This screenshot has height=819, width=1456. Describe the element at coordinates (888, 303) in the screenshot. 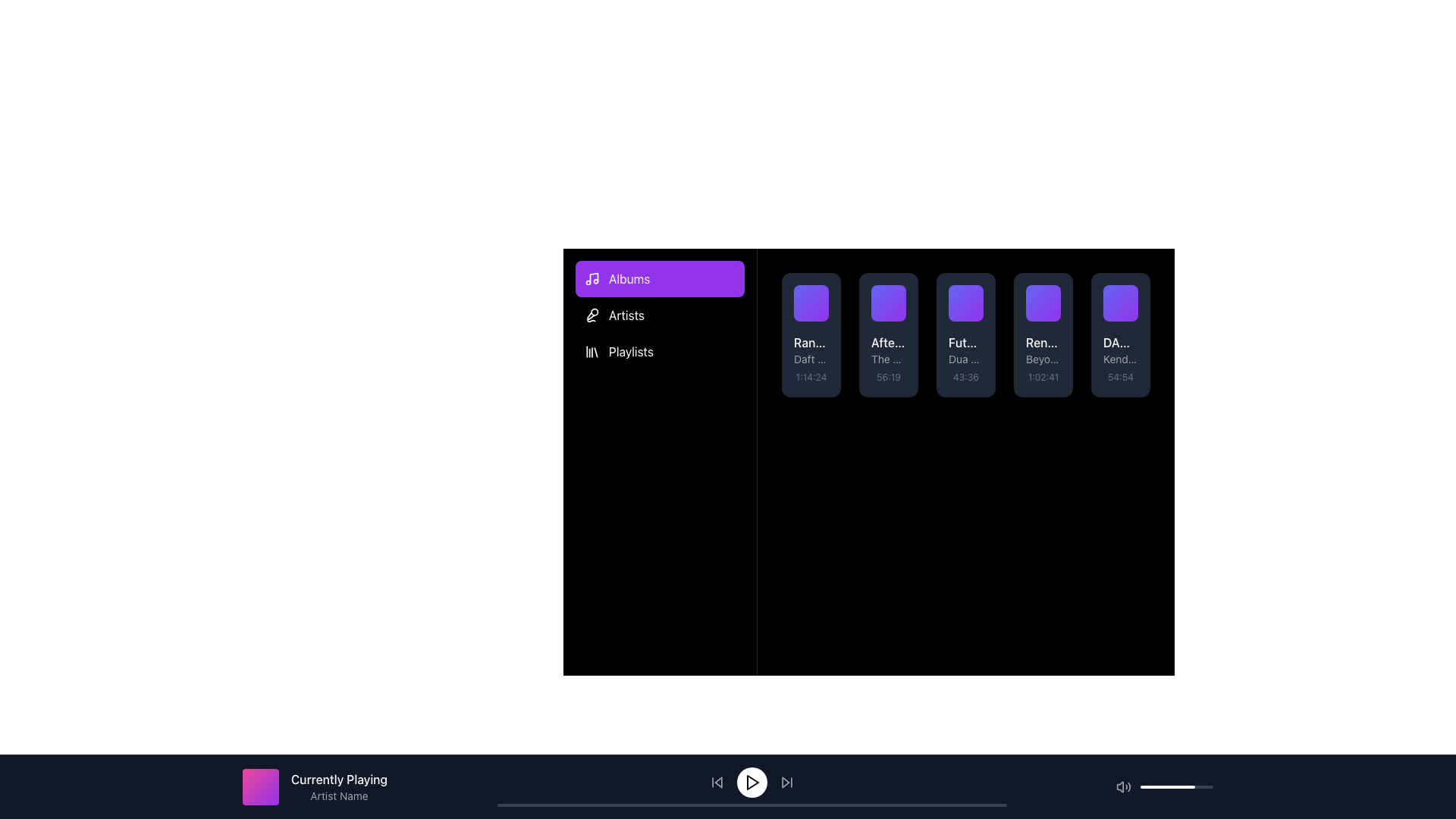

I see `the image button representing the media item 'After Hours' by 'The Weeknd'` at that location.